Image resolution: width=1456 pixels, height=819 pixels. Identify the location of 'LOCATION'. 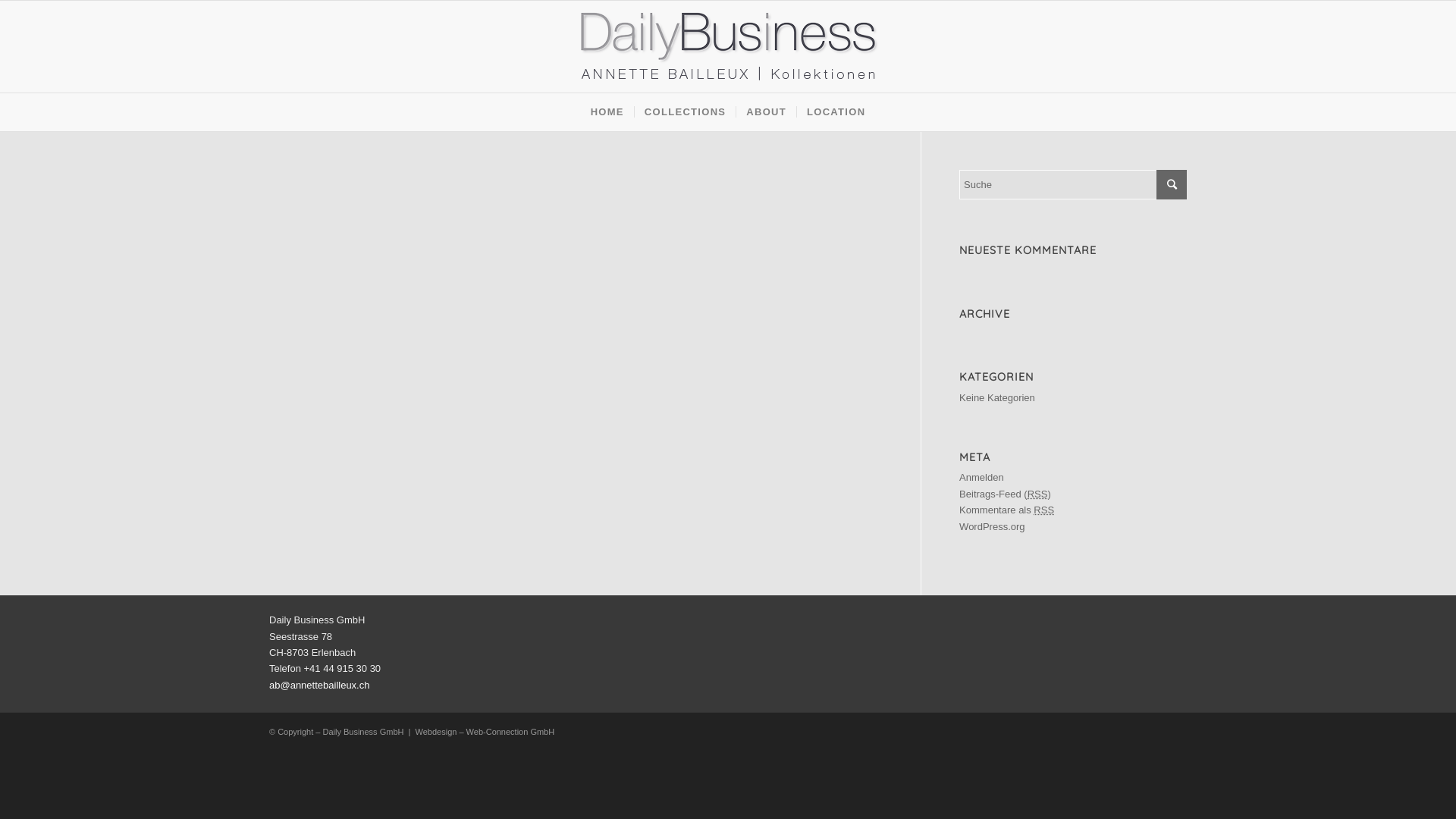
(835, 111).